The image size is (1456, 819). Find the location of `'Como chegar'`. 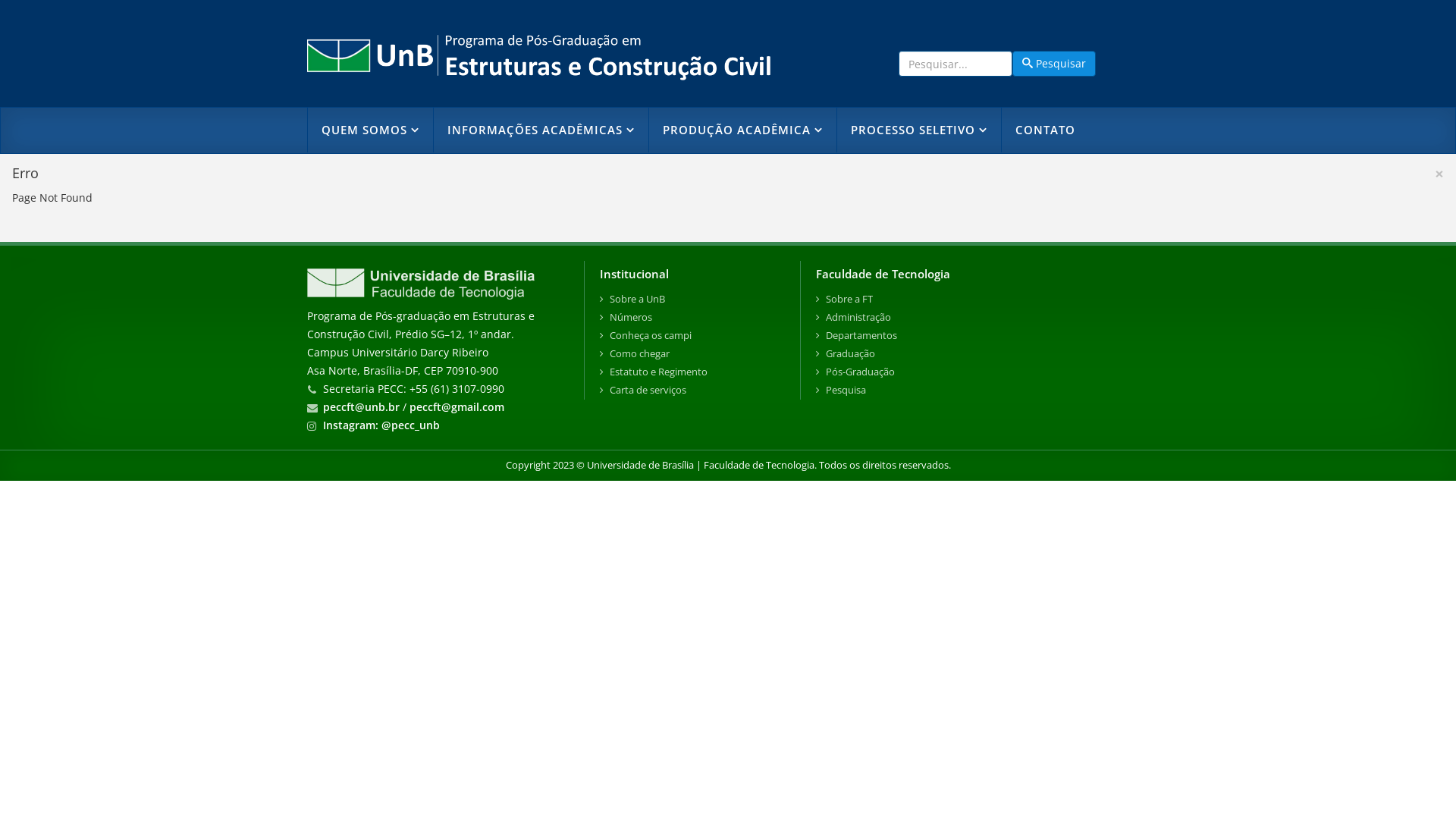

'Como chegar' is located at coordinates (599, 353).